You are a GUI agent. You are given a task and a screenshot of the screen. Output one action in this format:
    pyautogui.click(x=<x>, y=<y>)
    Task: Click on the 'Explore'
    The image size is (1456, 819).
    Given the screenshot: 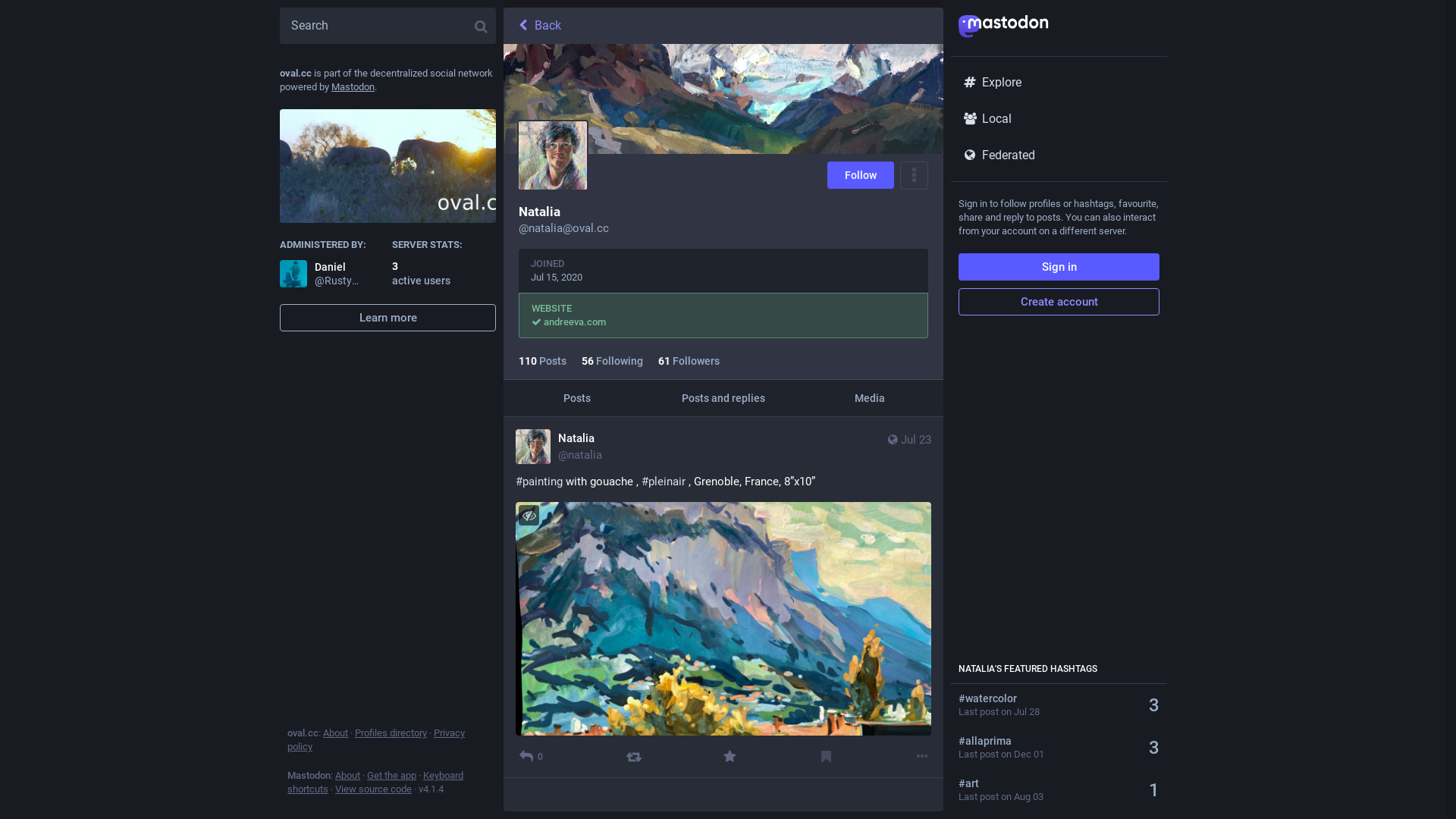 What is the action you would take?
    pyautogui.click(x=1058, y=82)
    